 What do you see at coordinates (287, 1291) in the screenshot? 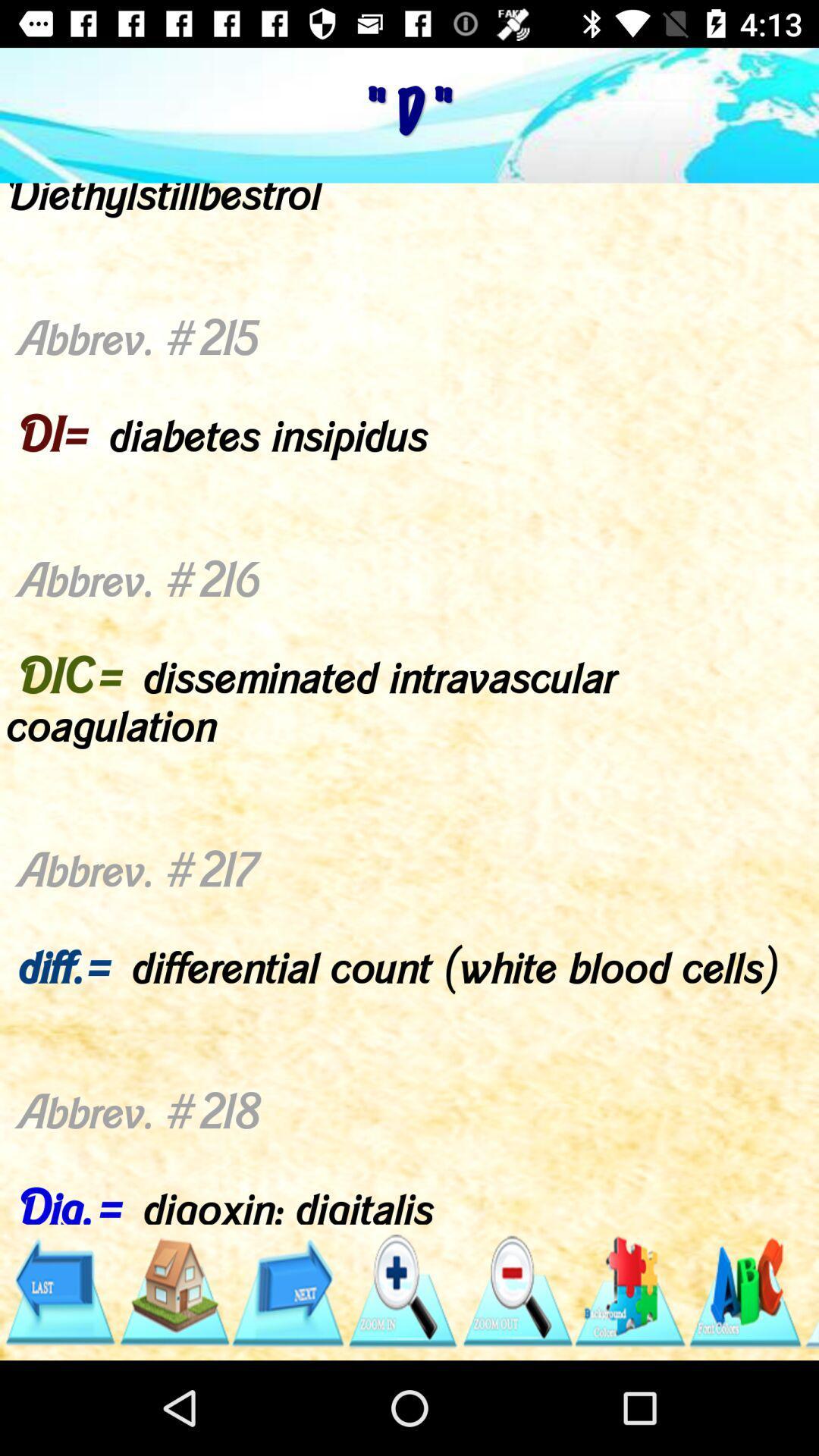
I see `go forward` at bounding box center [287, 1291].